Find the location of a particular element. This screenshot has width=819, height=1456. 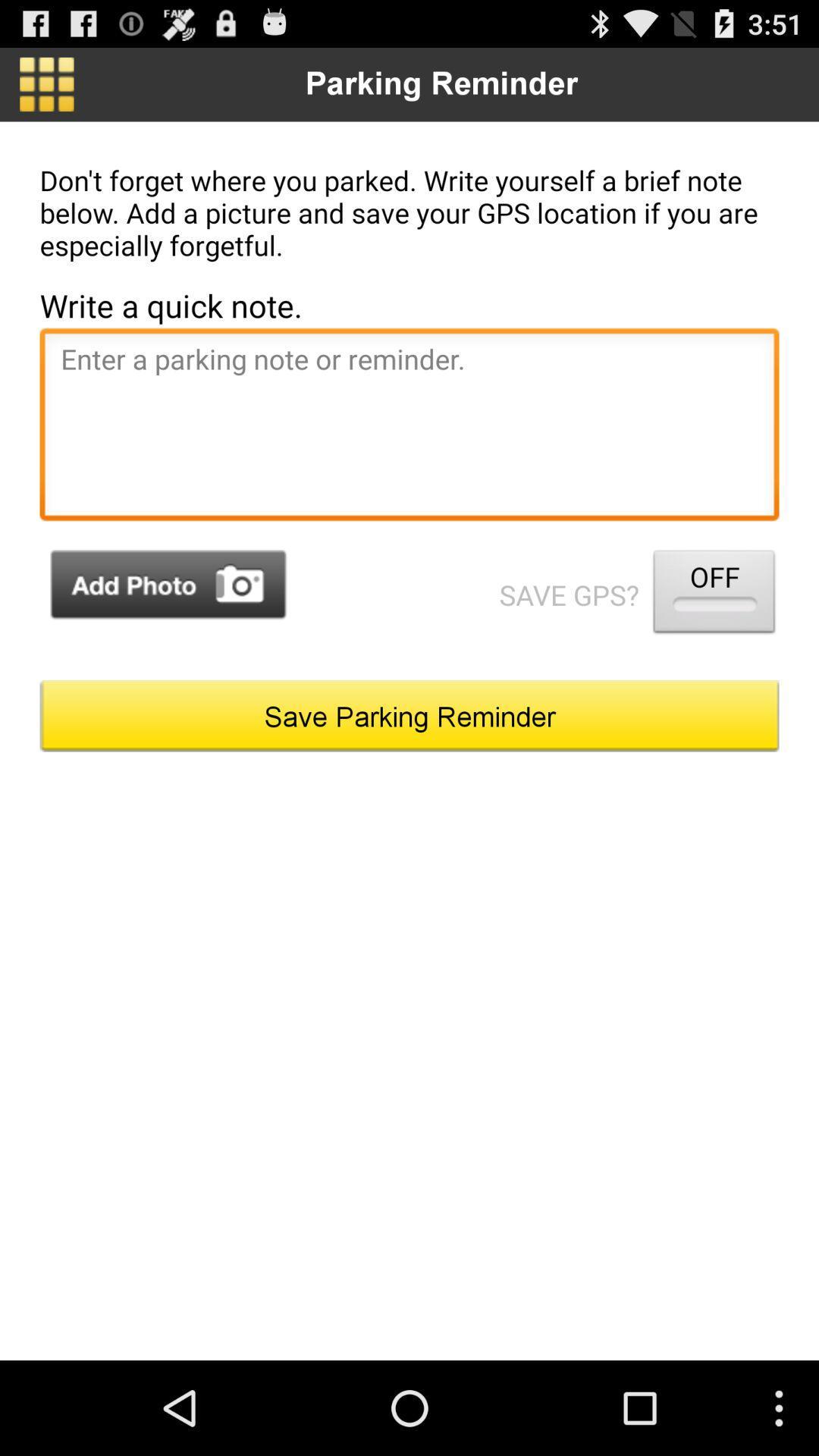

the dashboard icon is located at coordinates (45, 89).